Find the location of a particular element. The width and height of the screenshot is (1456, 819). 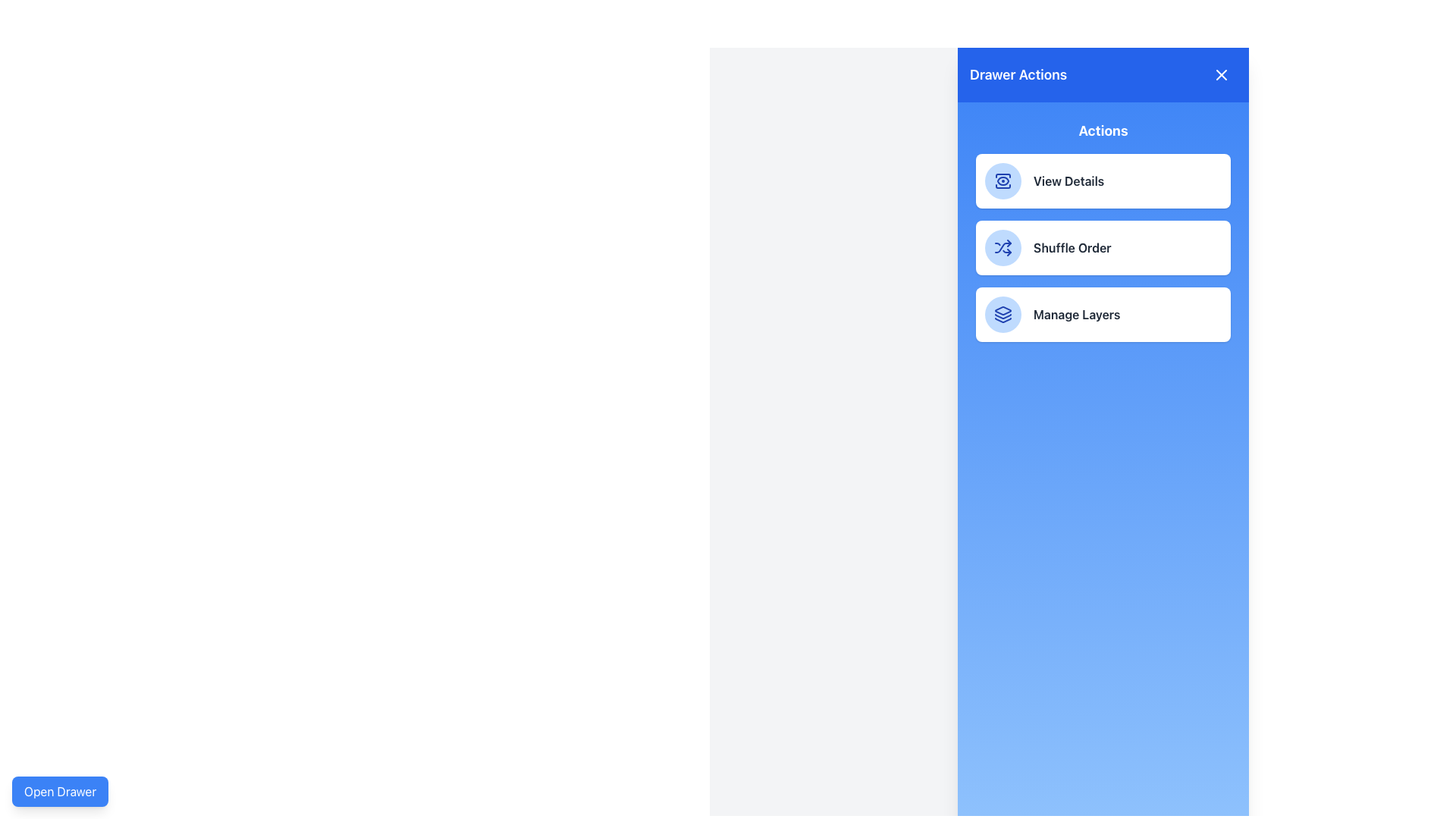

the 'View Details' button icon, which is part of the first button in a vertical stack of three interactive cards labeled 'View Details' is located at coordinates (1003, 180).